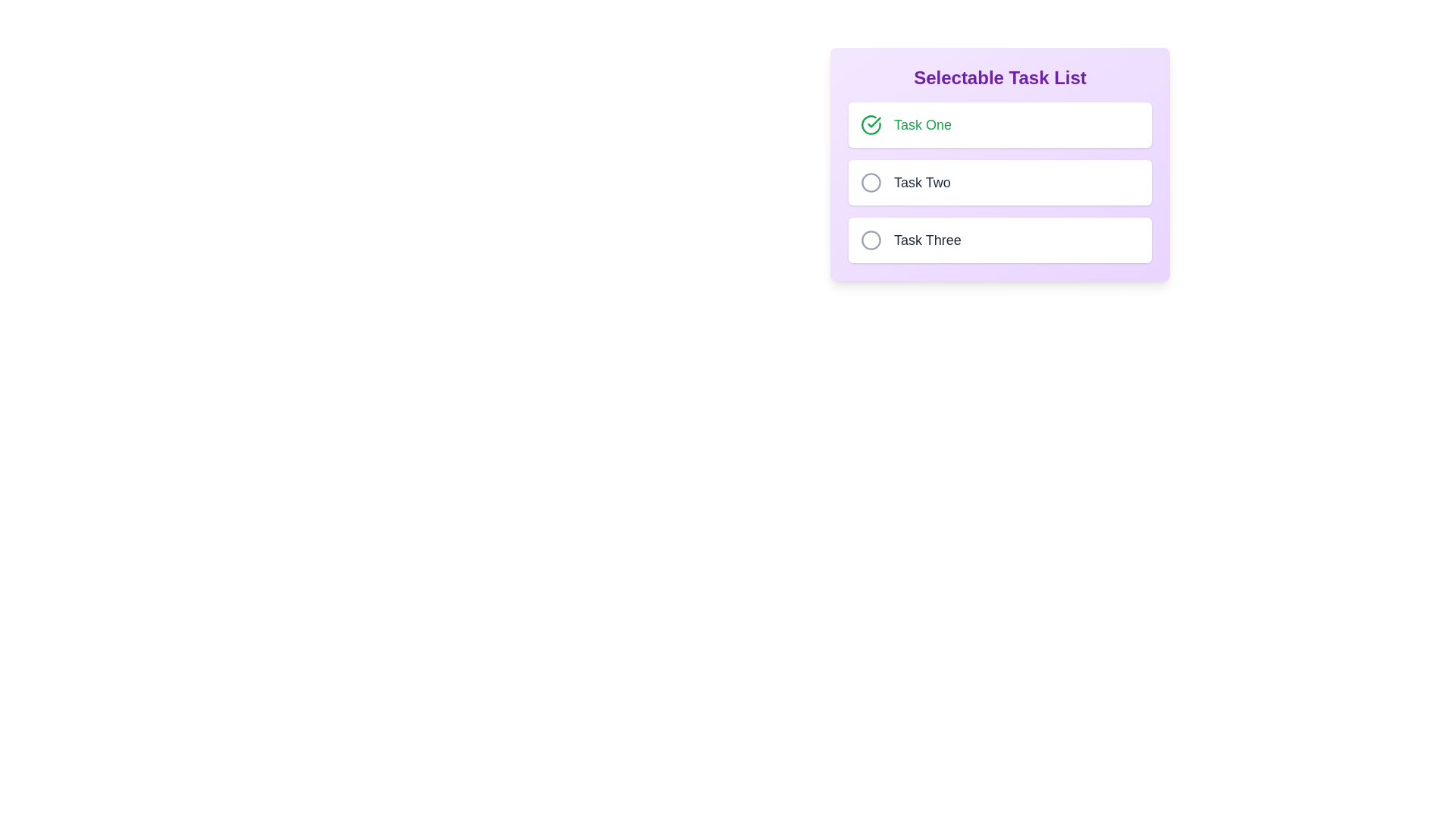  Describe the element at coordinates (871, 181) in the screenshot. I see `the circular graphical element with a light gray outline that is part of the second task row in the selectable task list UI, next to the text 'Task Two'` at that location.